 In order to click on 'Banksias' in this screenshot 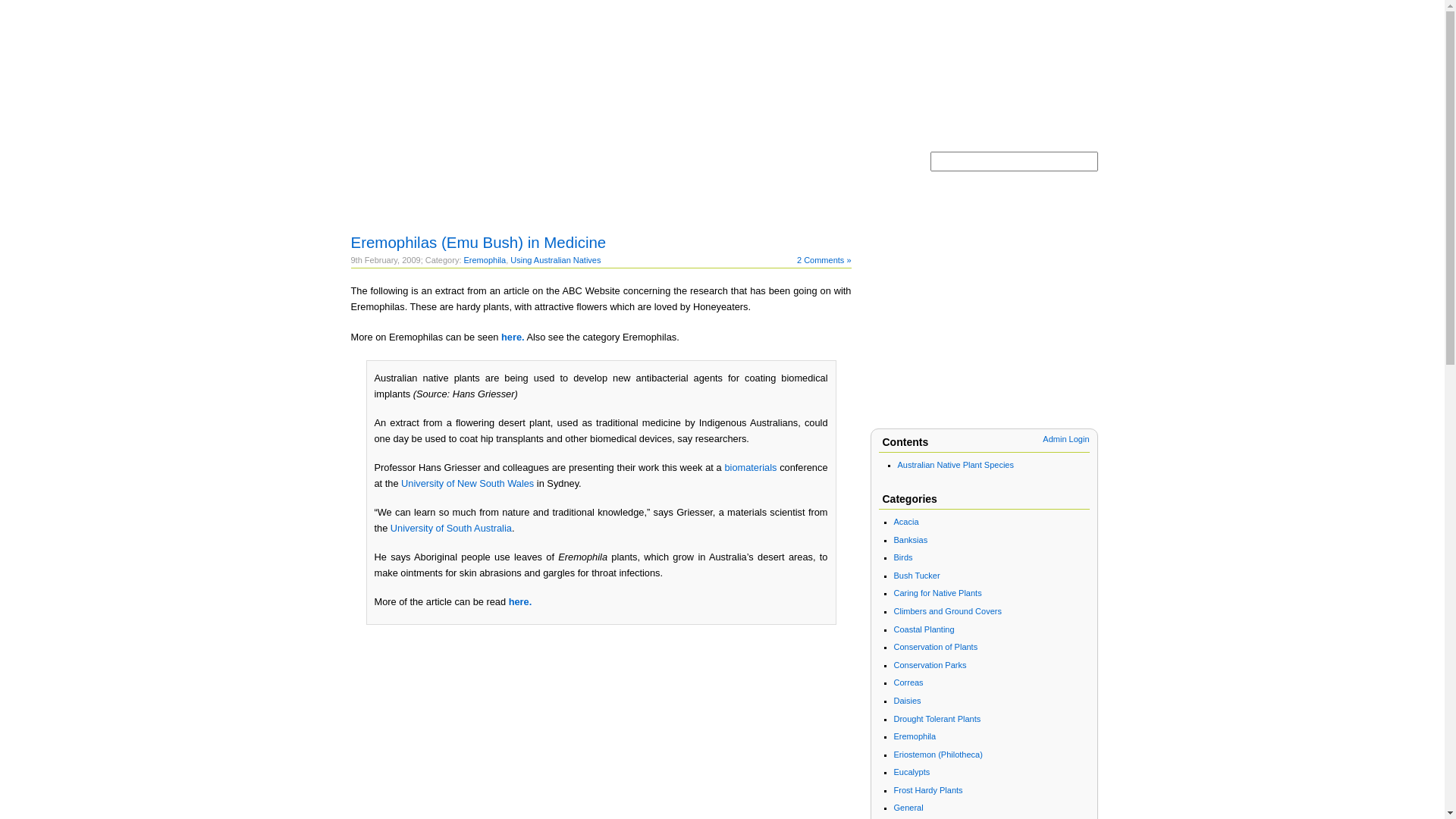, I will do `click(893, 539)`.